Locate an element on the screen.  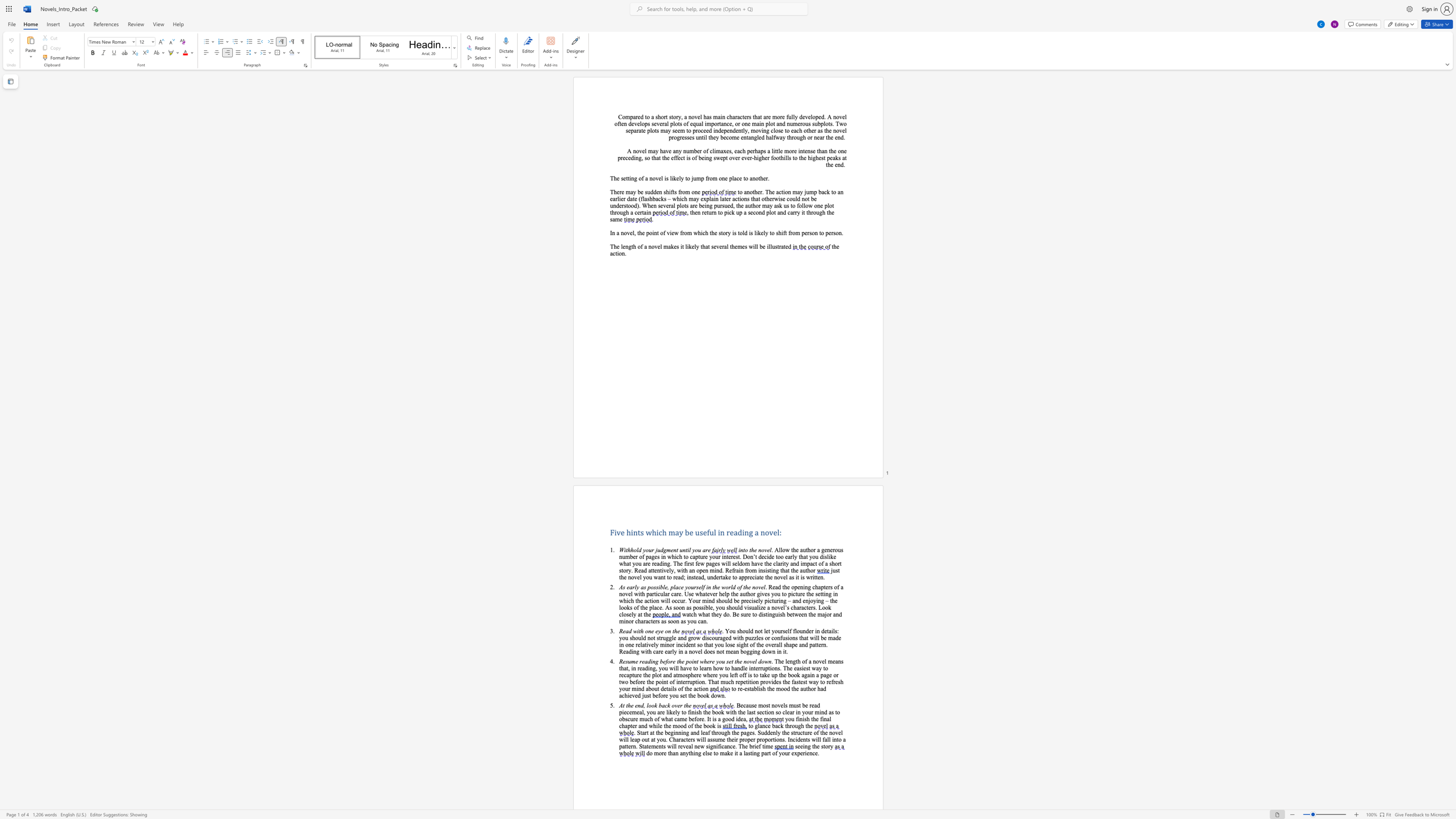
the subset text "r. The action may jump back to an earlier date (flashbacks – which may explain later actions that otherwise could not be understood). When several plots a" within the text "to another. The action may jump back to an earlier date (flashbacks – which may explain later actions that otherwise could not be understood). When several plots are being pursued, the author may ask us to follow one plot through a certain" is located at coordinates (760, 192).